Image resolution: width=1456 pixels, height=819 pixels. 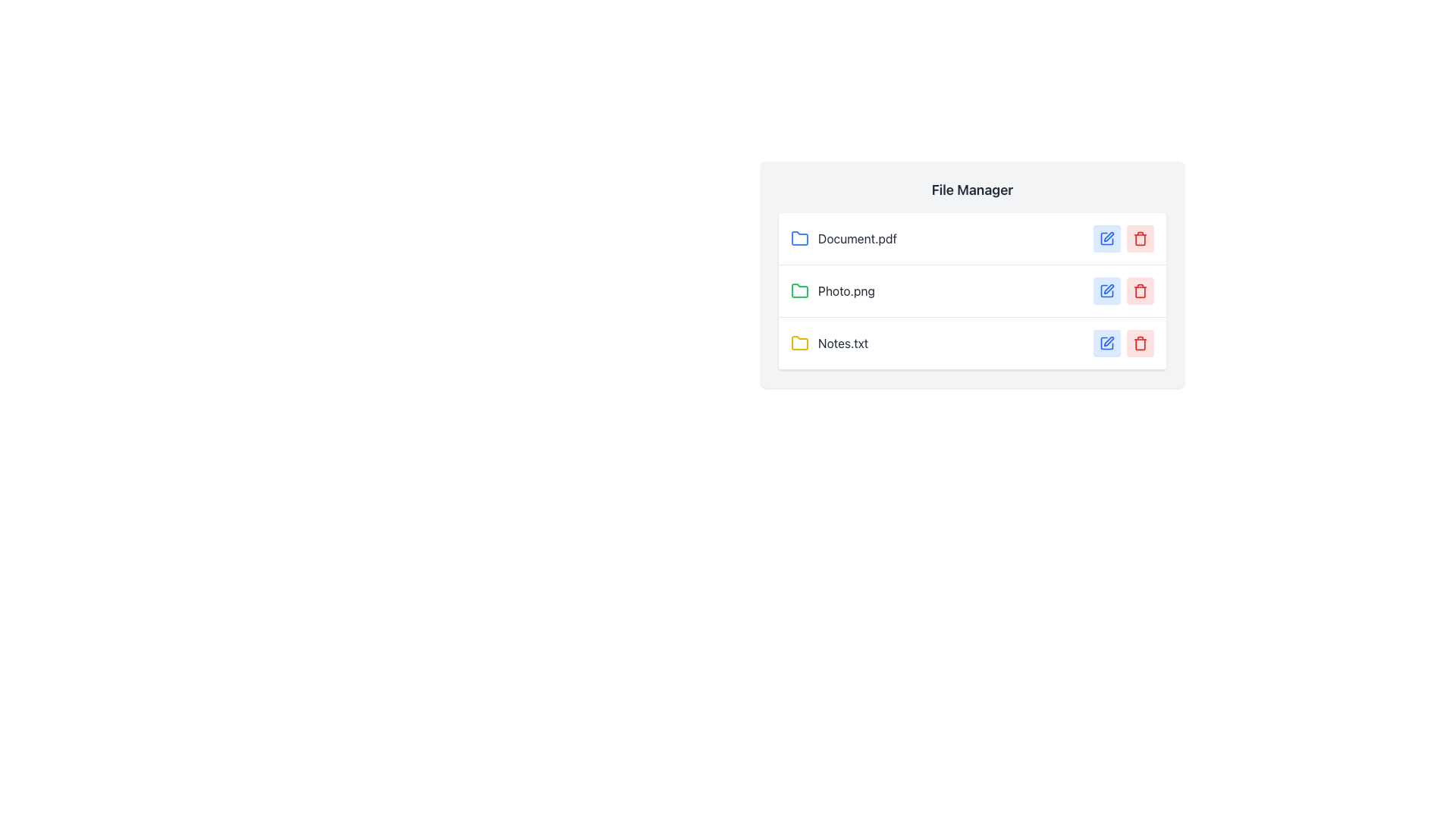 I want to click on the edit action icon button with a blue background located to the right of the 'Photo.png' text label in the second row of the list, so click(x=1106, y=291).